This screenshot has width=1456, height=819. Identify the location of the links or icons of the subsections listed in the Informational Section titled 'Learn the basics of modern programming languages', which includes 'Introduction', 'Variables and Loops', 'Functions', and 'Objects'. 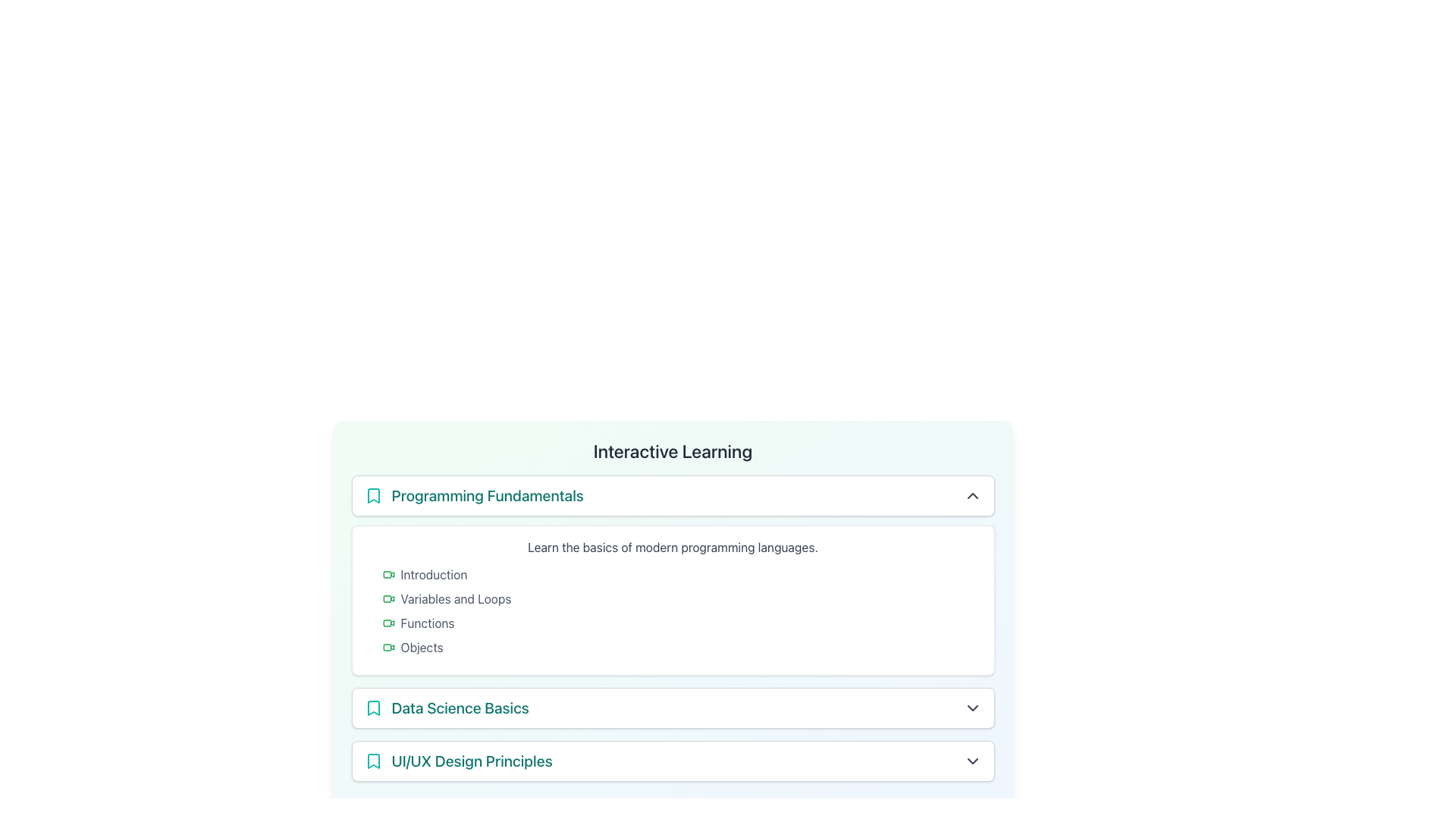
(672, 599).